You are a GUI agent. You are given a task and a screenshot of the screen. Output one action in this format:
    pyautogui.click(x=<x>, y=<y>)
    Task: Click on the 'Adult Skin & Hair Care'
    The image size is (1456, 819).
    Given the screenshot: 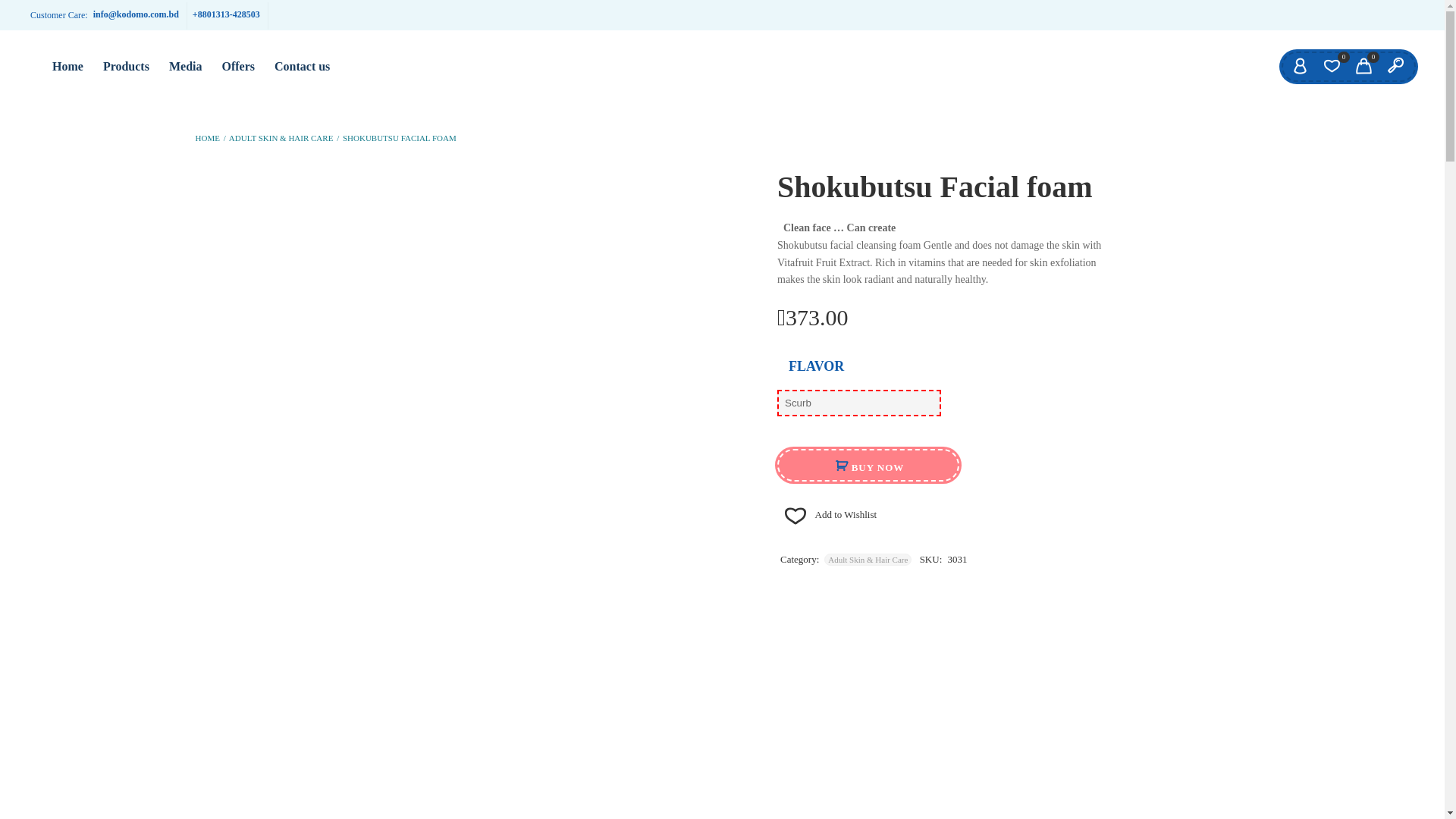 What is the action you would take?
    pyautogui.click(x=823, y=559)
    